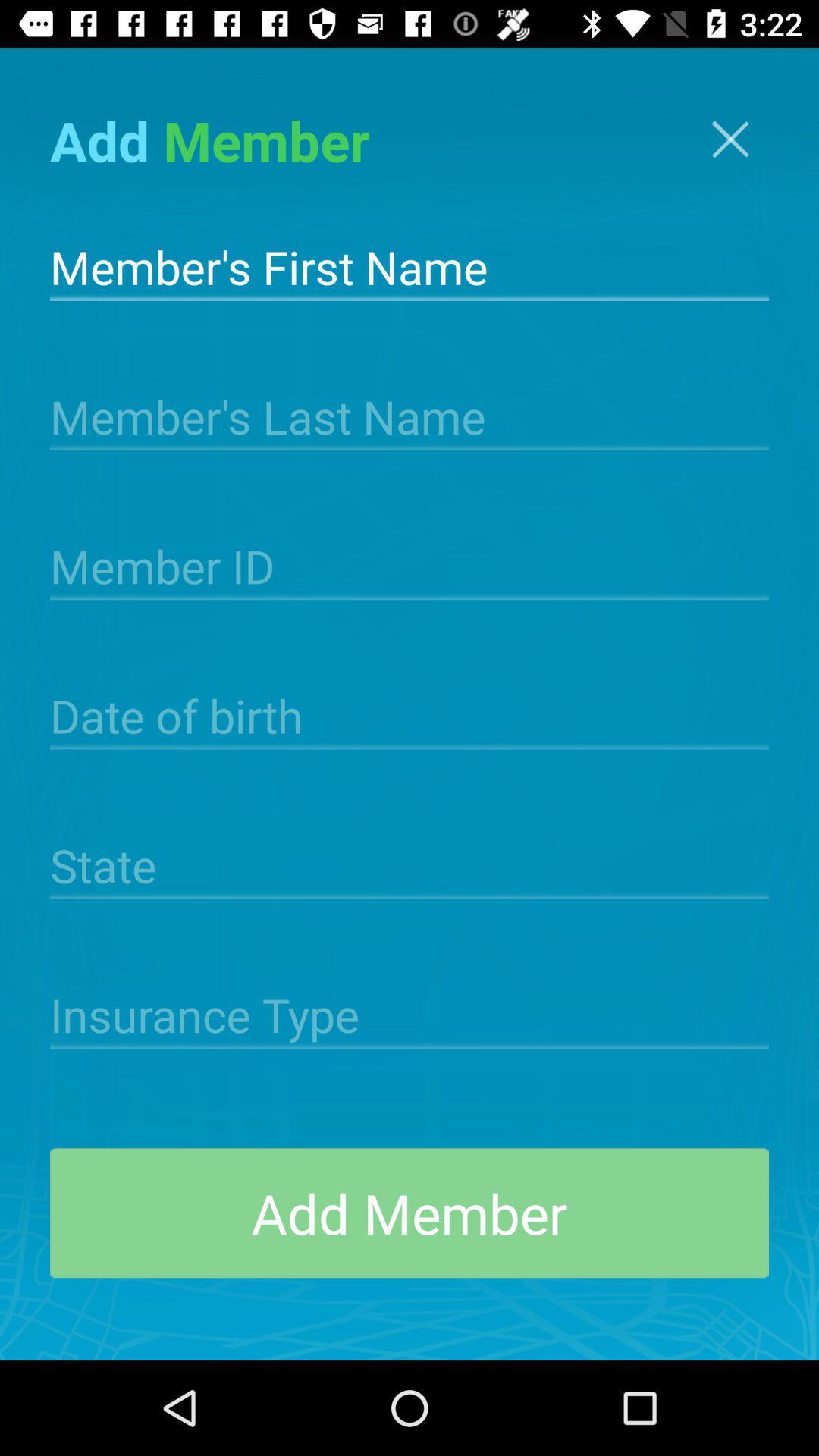  What do you see at coordinates (730, 139) in the screenshot?
I see `item to the right of the add member` at bounding box center [730, 139].